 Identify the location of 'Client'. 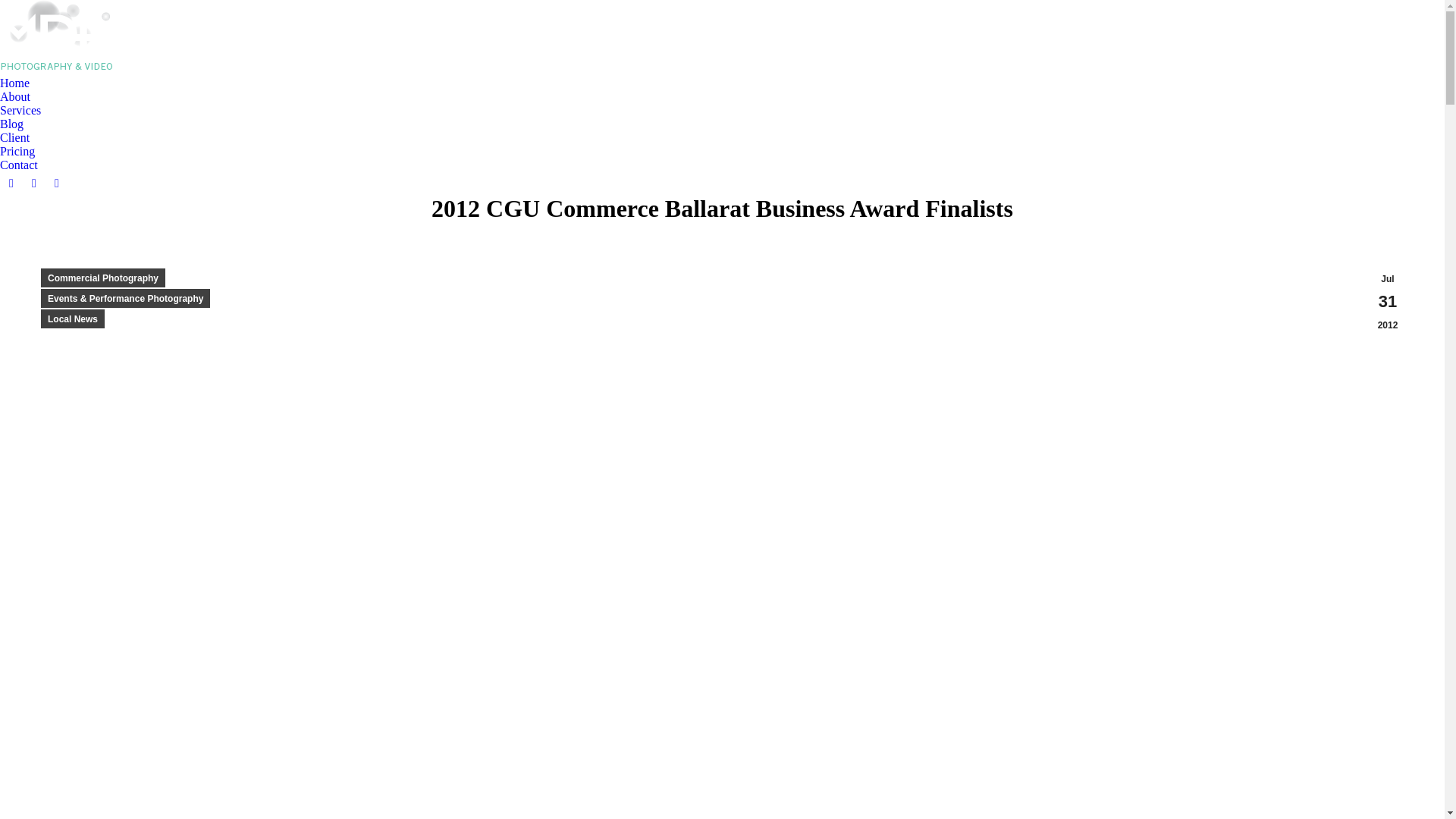
(18, 137).